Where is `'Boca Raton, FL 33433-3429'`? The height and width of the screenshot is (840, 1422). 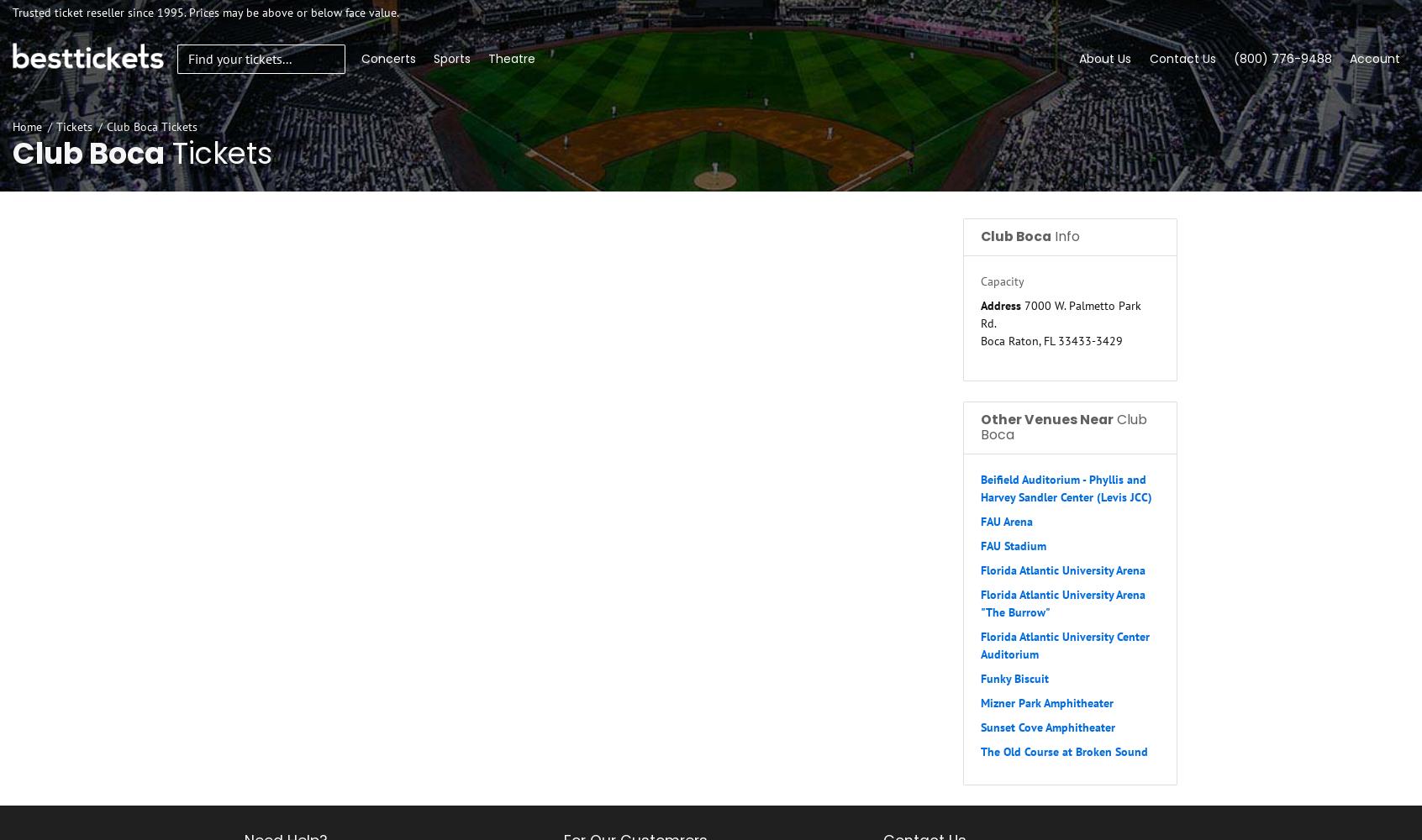 'Boca Raton, FL 33433-3429' is located at coordinates (1051, 340).